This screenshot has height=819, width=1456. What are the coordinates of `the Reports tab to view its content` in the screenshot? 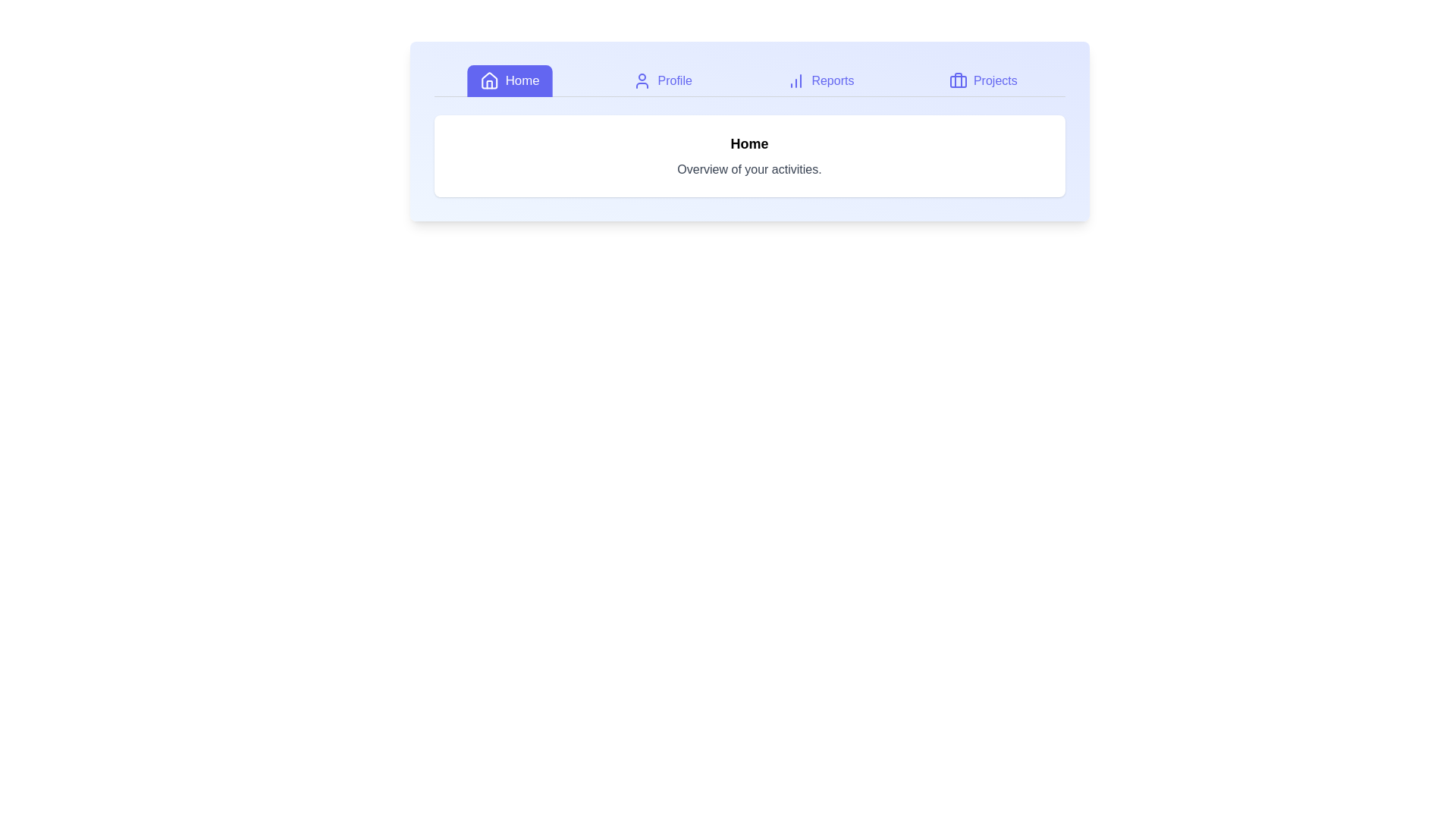 It's located at (820, 81).